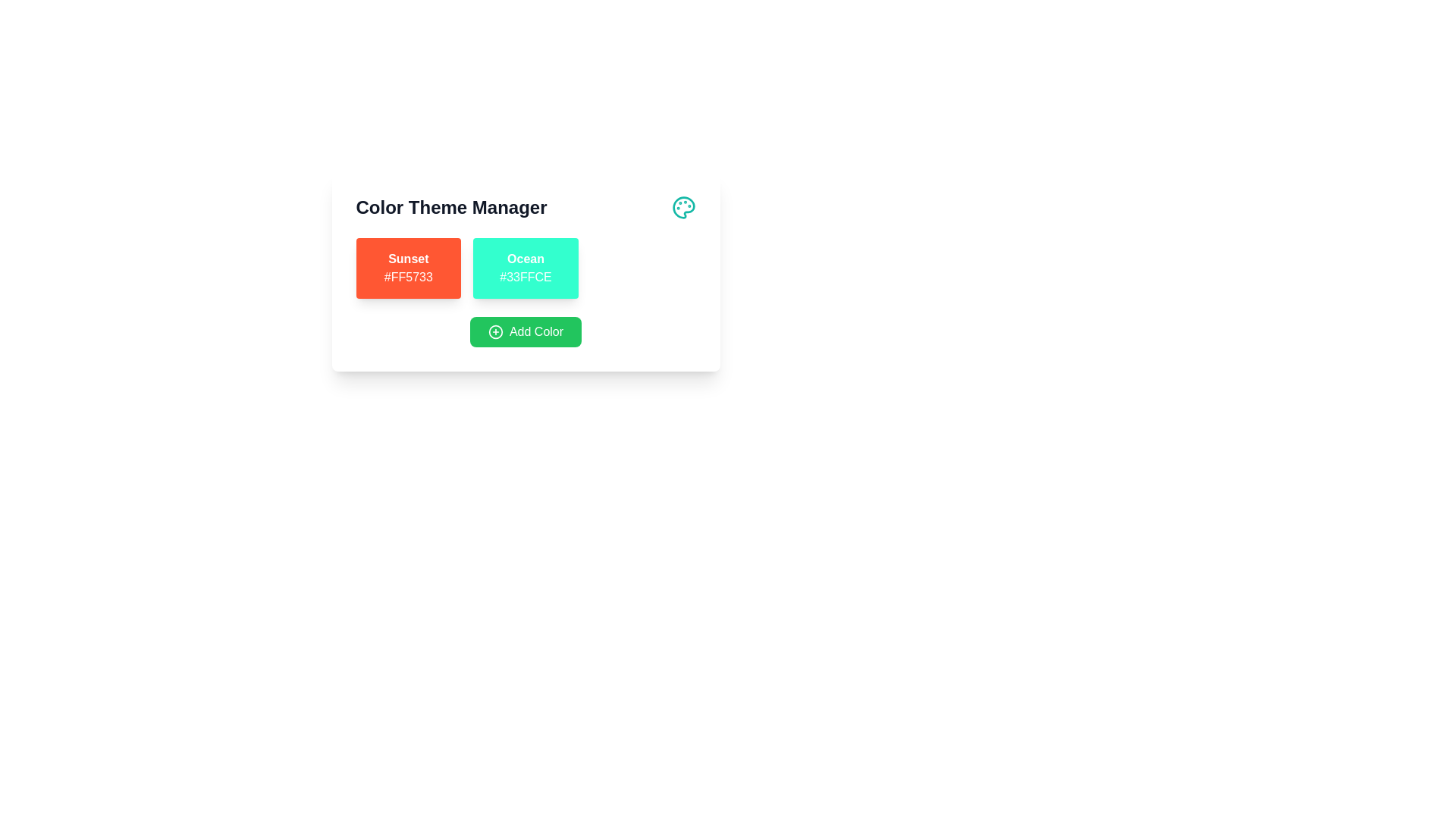 This screenshot has width=1456, height=819. Describe the element at coordinates (526, 268) in the screenshot. I see `the color item` at that location.